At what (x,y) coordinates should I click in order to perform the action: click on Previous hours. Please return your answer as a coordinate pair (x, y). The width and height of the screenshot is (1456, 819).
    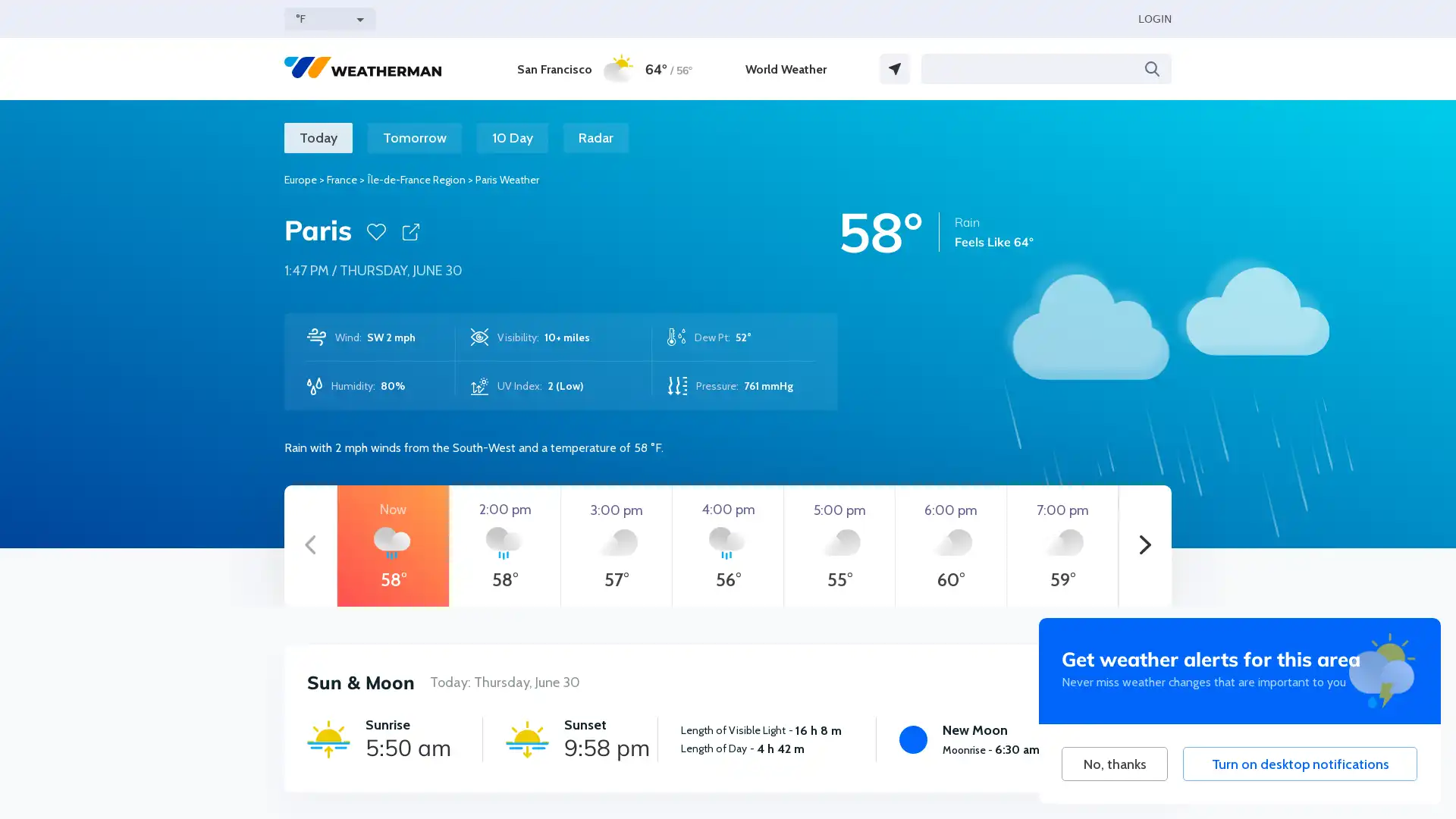
    Looking at the image, I should click on (309, 546).